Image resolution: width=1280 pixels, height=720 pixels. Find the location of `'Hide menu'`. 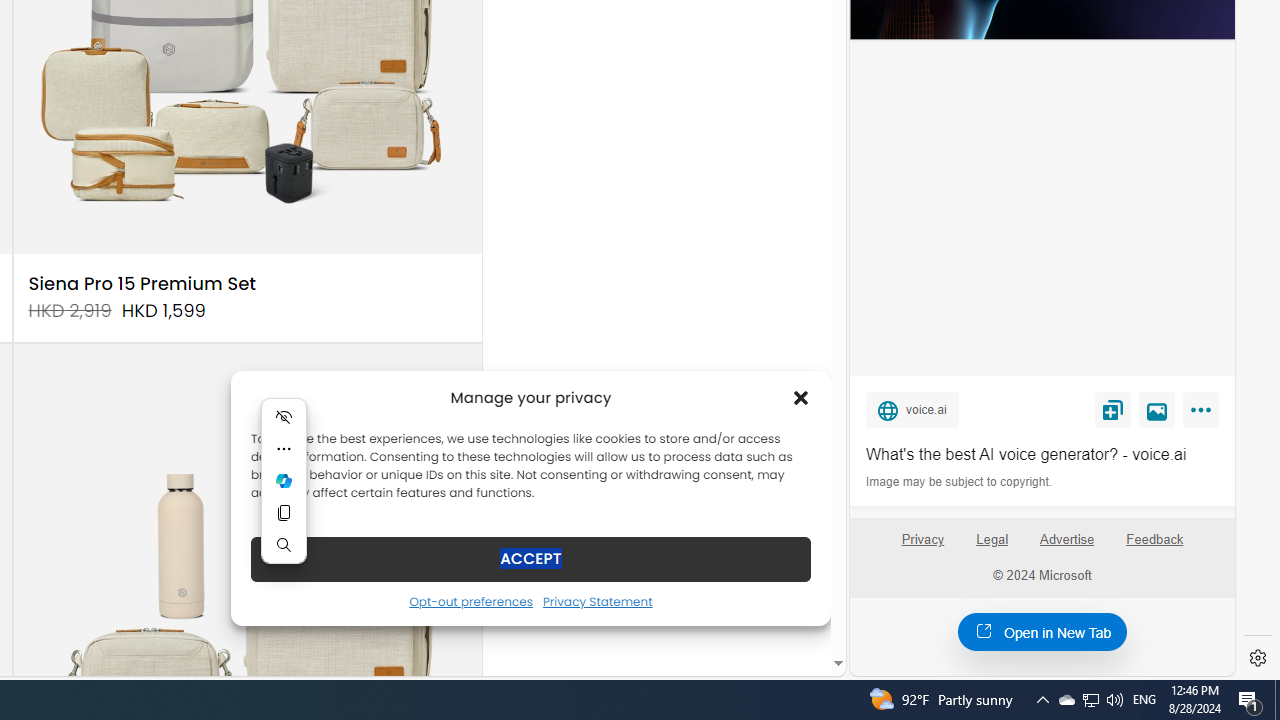

'Hide menu' is located at coordinates (283, 415).